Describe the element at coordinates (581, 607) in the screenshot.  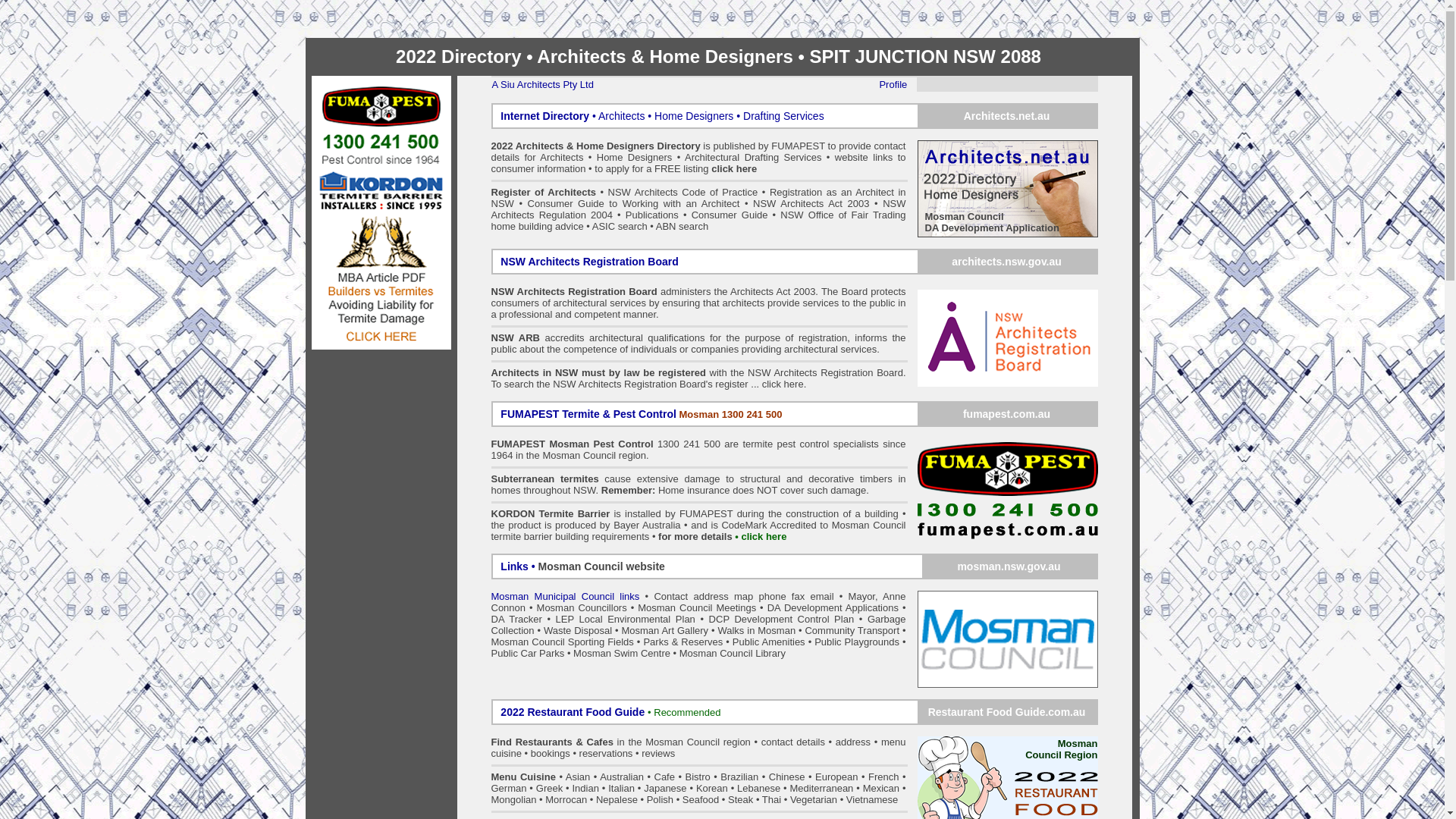
I see `'Mosman Councillors'` at that location.